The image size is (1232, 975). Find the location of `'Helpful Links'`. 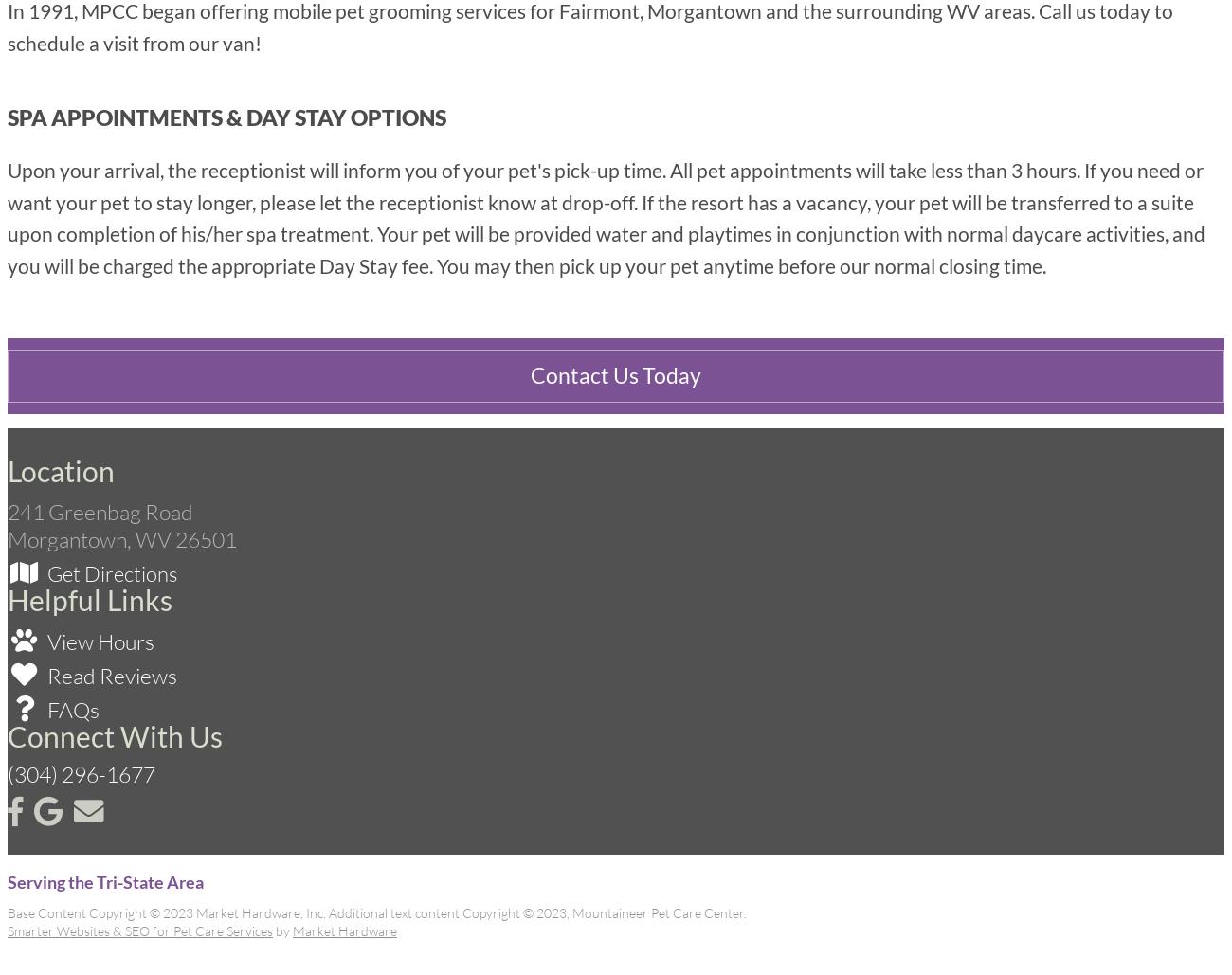

'Helpful Links' is located at coordinates (90, 599).